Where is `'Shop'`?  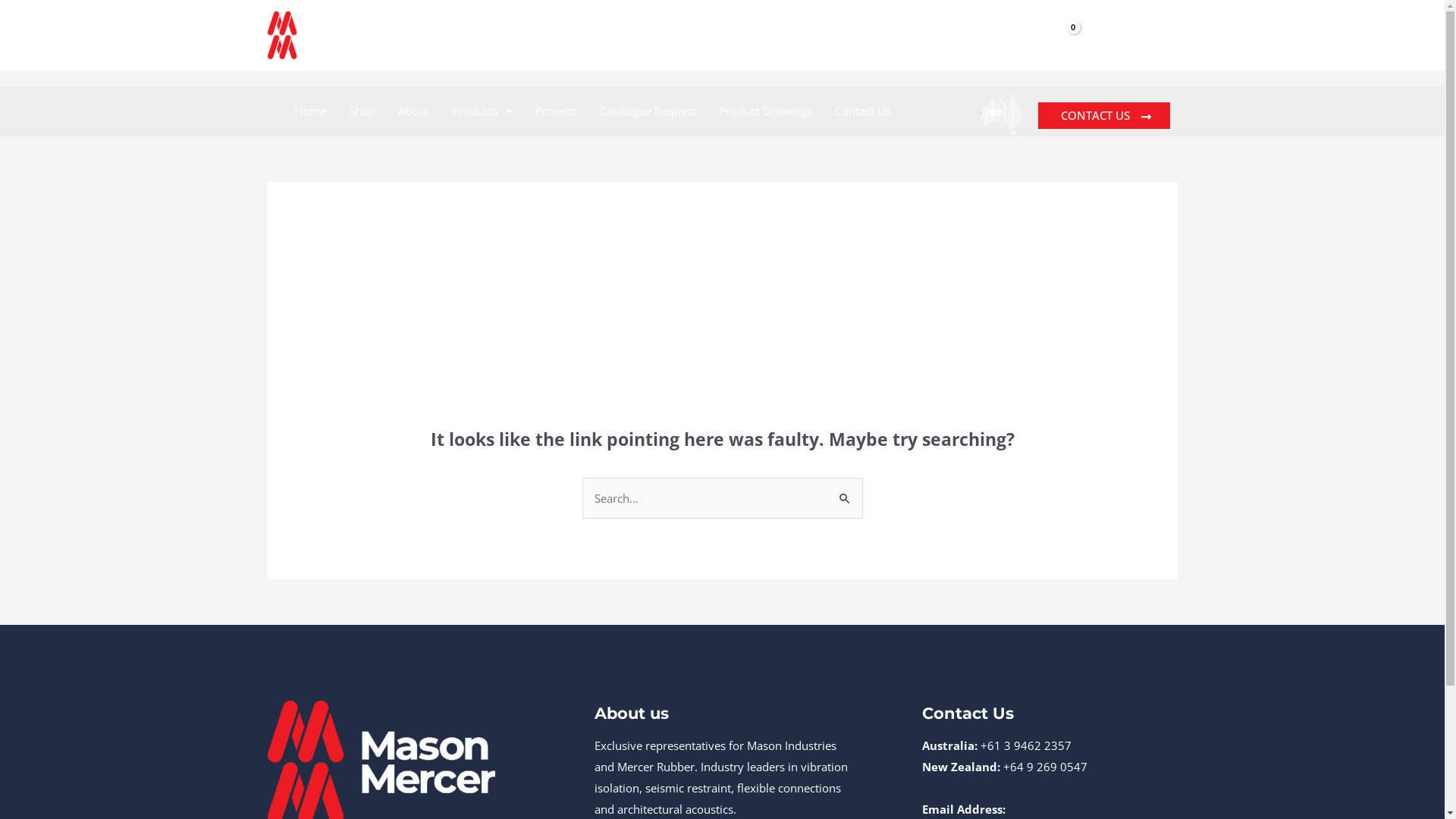 'Shop' is located at coordinates (336, 110).